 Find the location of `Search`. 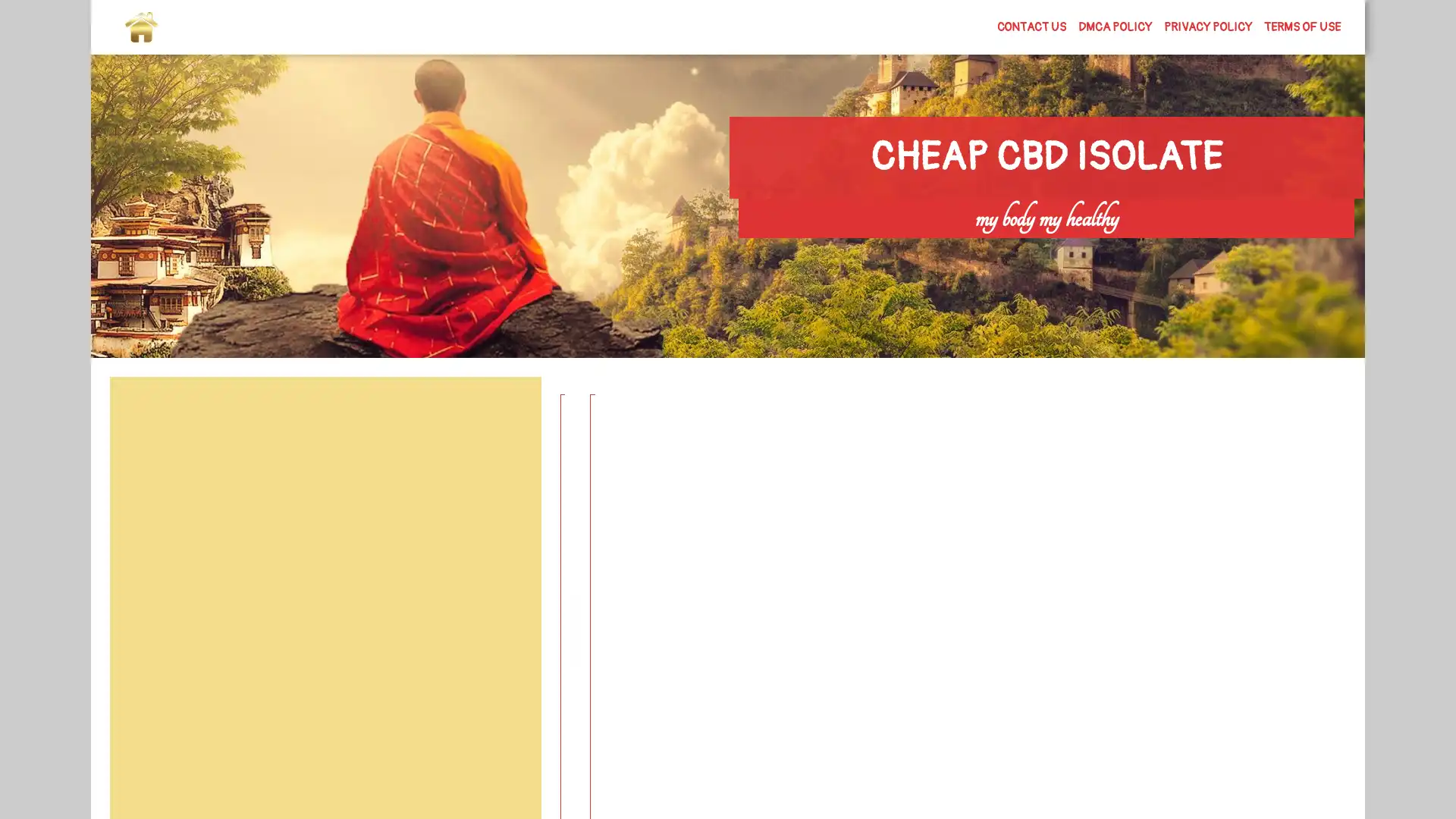

Search is located at coordinates (1181, 248).